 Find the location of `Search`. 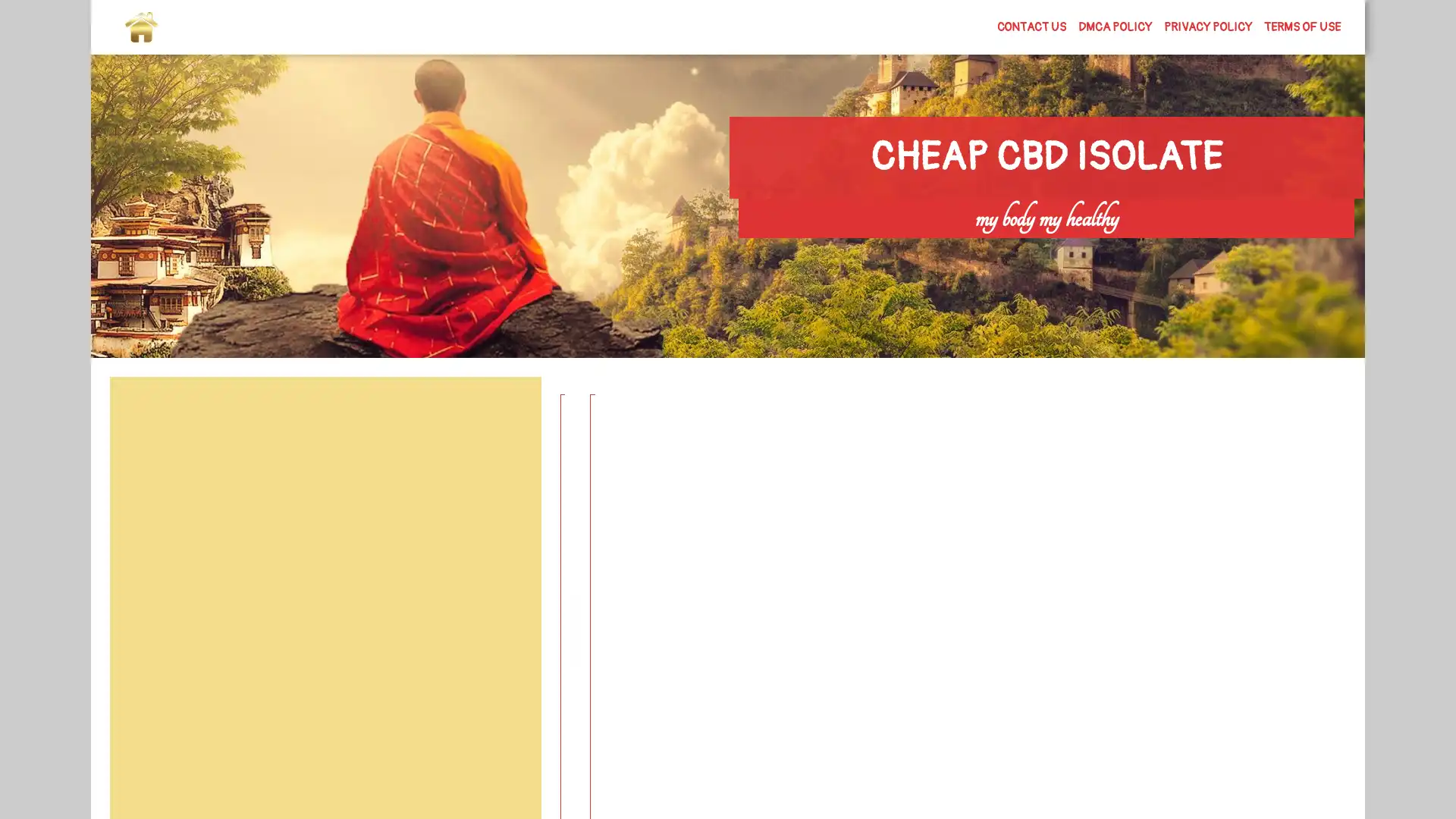

Search is located at coordinates (1181, 248).